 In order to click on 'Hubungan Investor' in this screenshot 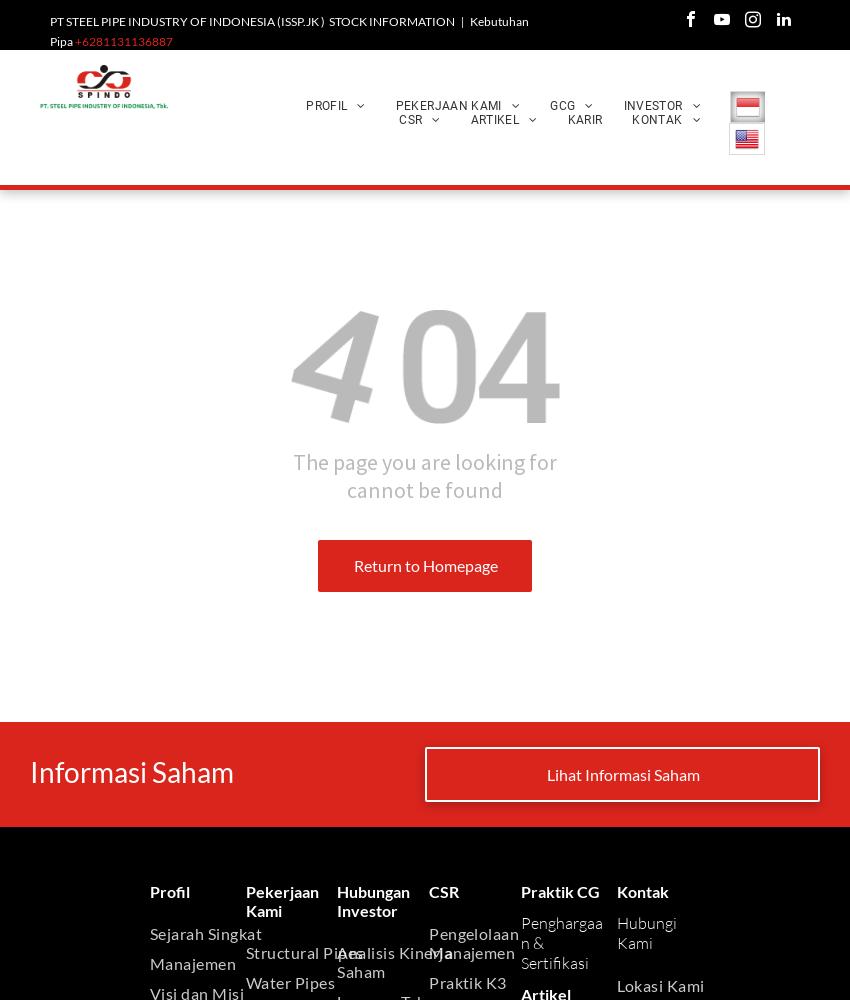, I will do `click(372, 900)`.